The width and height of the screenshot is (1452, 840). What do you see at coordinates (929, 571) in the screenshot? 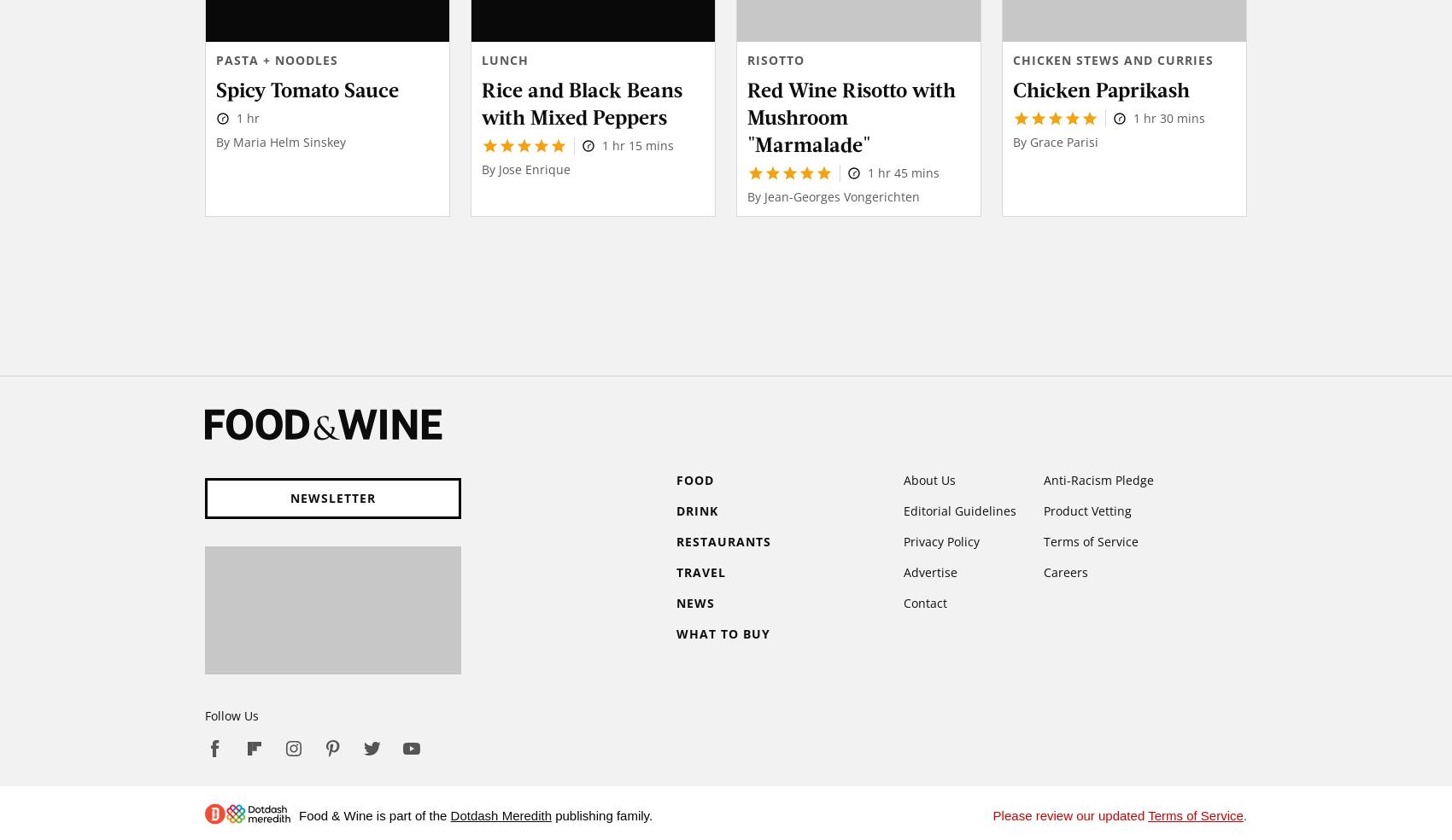
I see `'Advertise'` at bounding box center [929, 571].